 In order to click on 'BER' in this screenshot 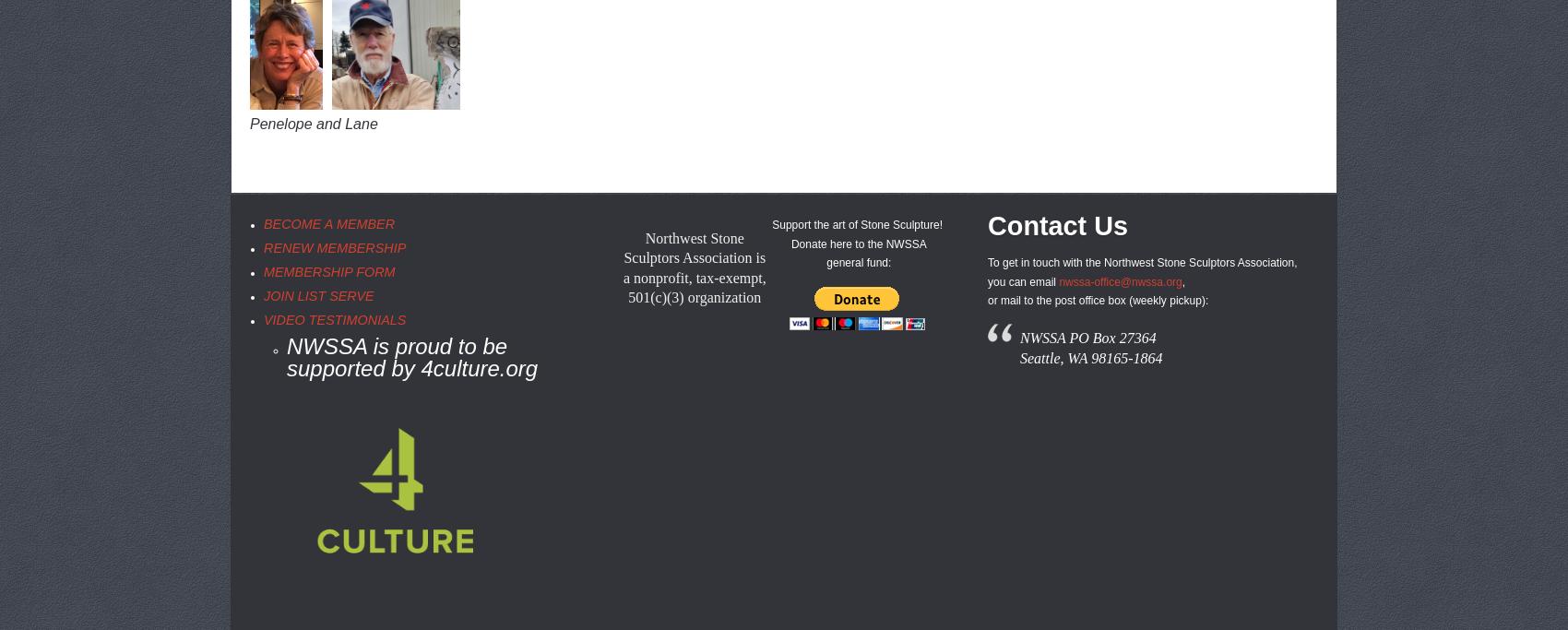, I will do `click(379, 224)`.